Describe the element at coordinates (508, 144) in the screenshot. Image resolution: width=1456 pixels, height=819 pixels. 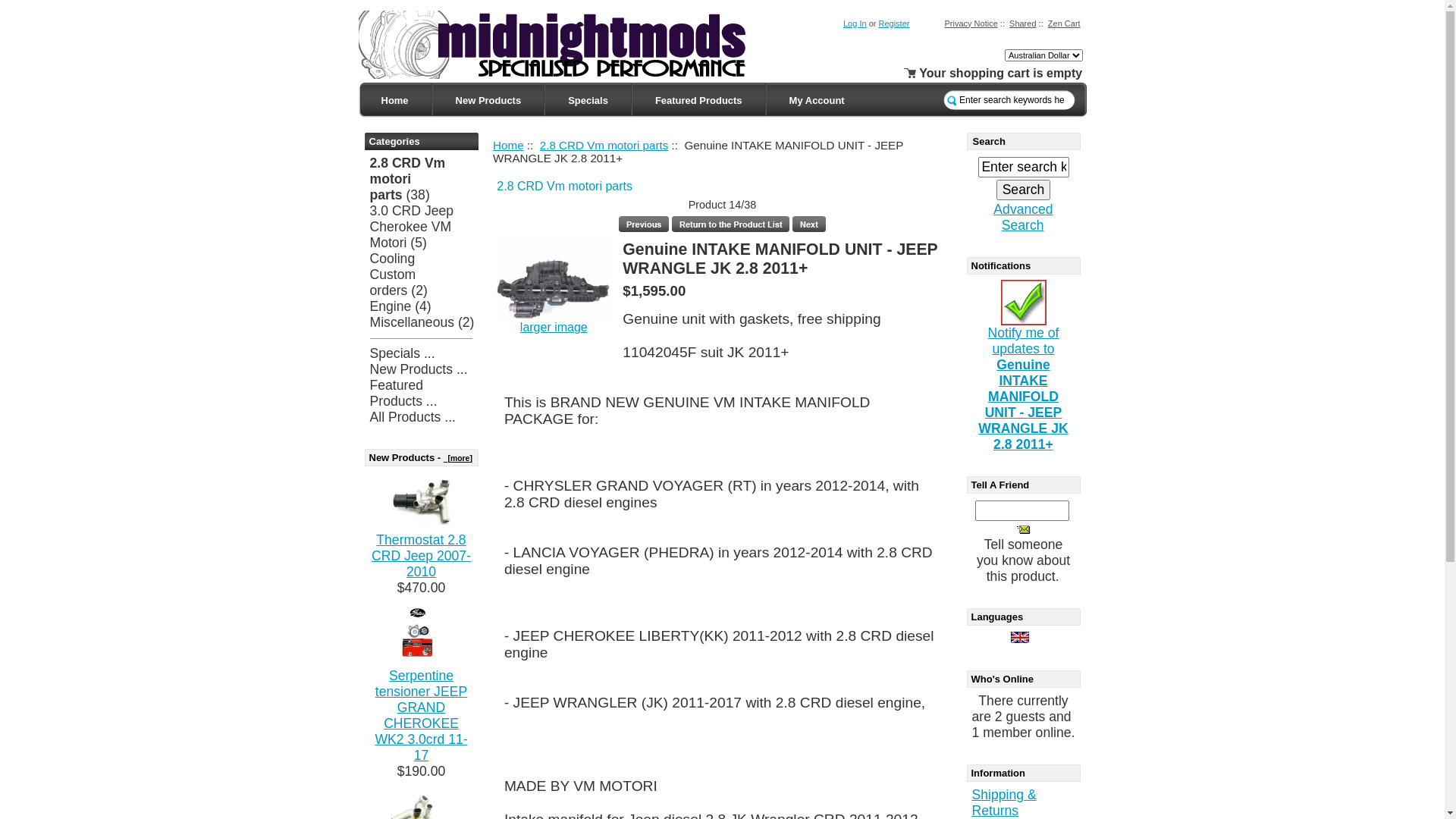
I see `'Home'` at that location.